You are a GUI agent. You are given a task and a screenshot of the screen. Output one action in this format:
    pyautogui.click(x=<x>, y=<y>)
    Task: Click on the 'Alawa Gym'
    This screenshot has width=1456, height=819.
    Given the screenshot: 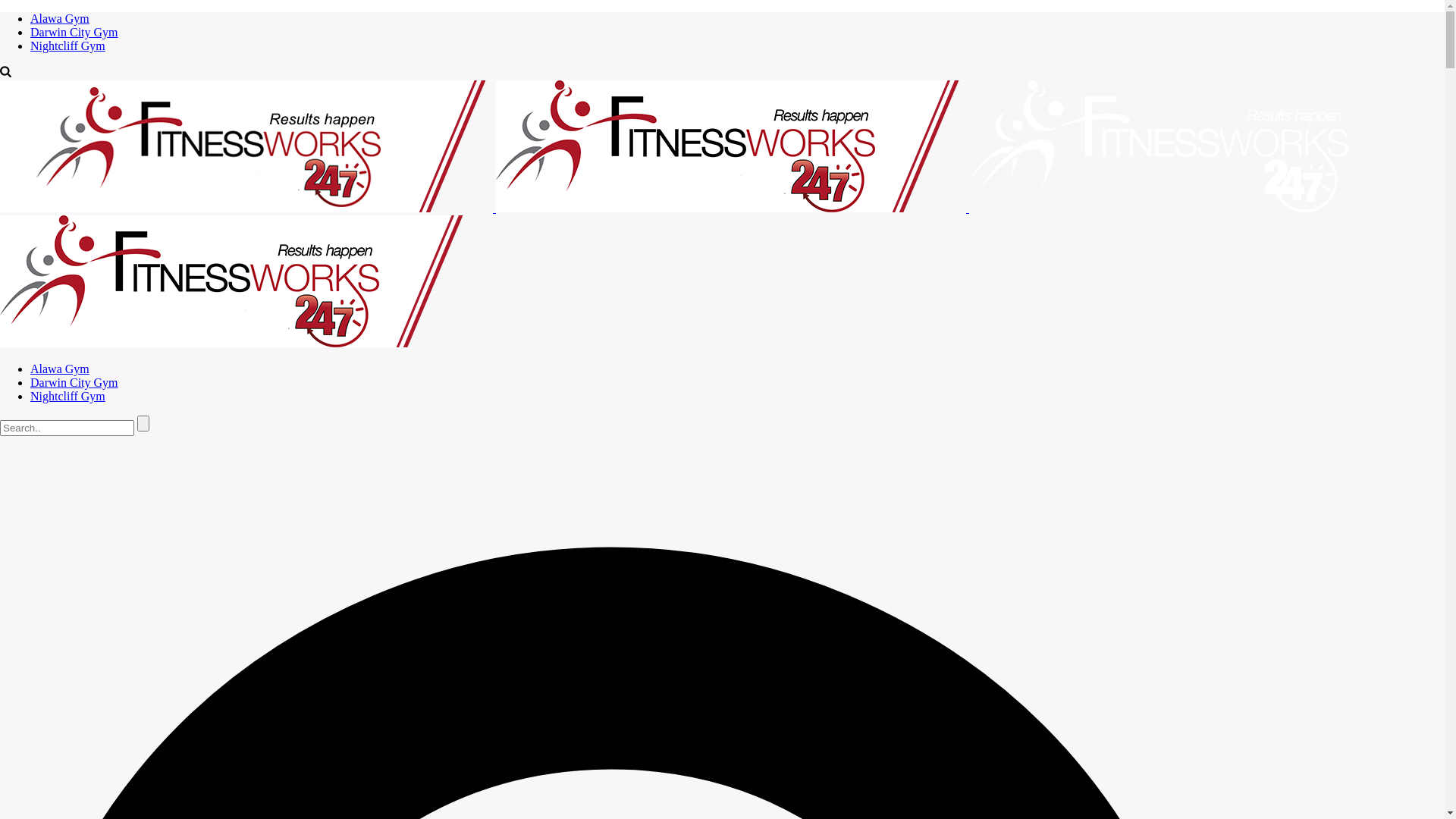 What is the action you would take?
    pyautogui.click(x=59, y=369)
    